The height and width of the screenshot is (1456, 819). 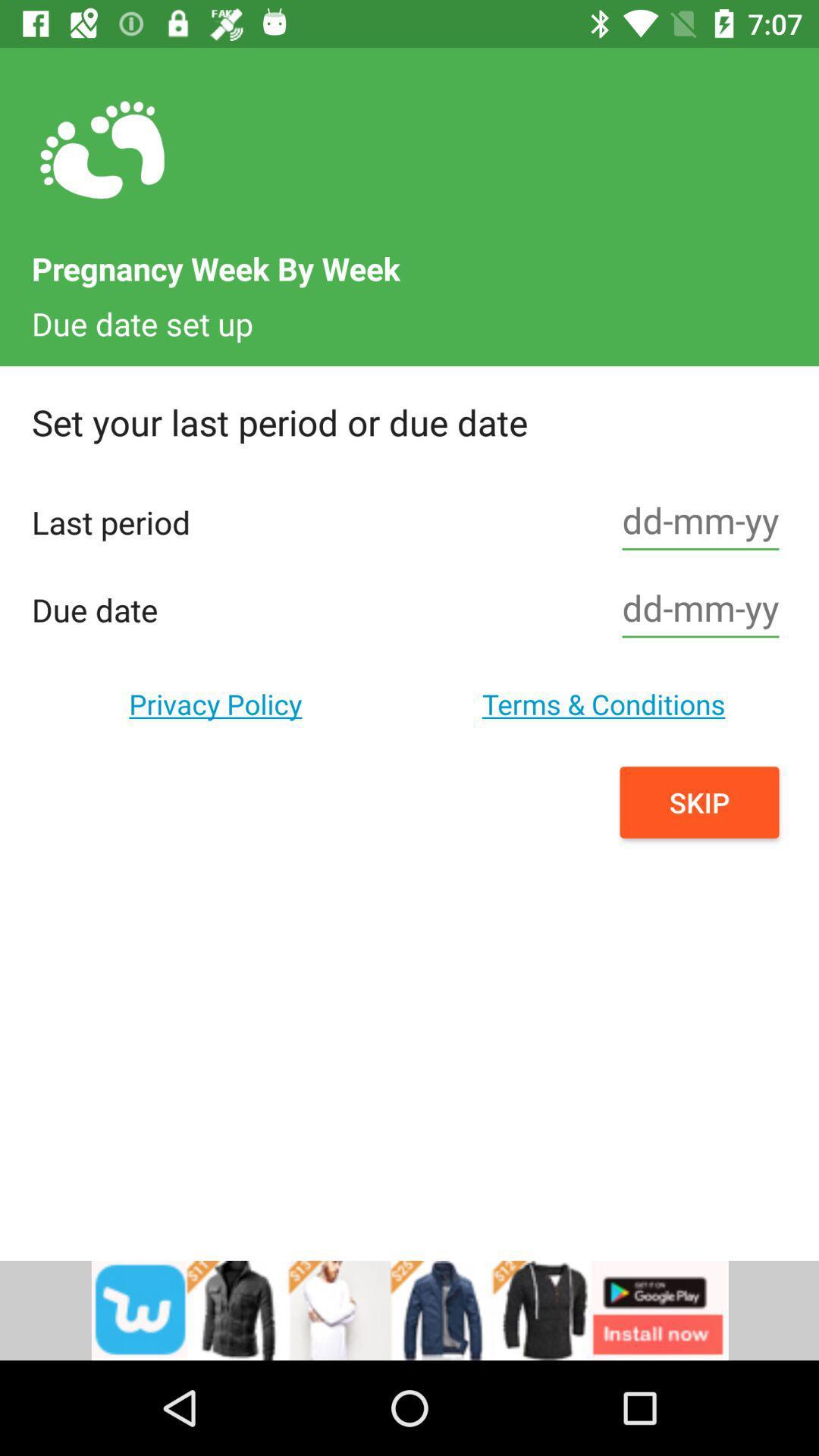 I want to click on calender, so click(x=701, y=610).